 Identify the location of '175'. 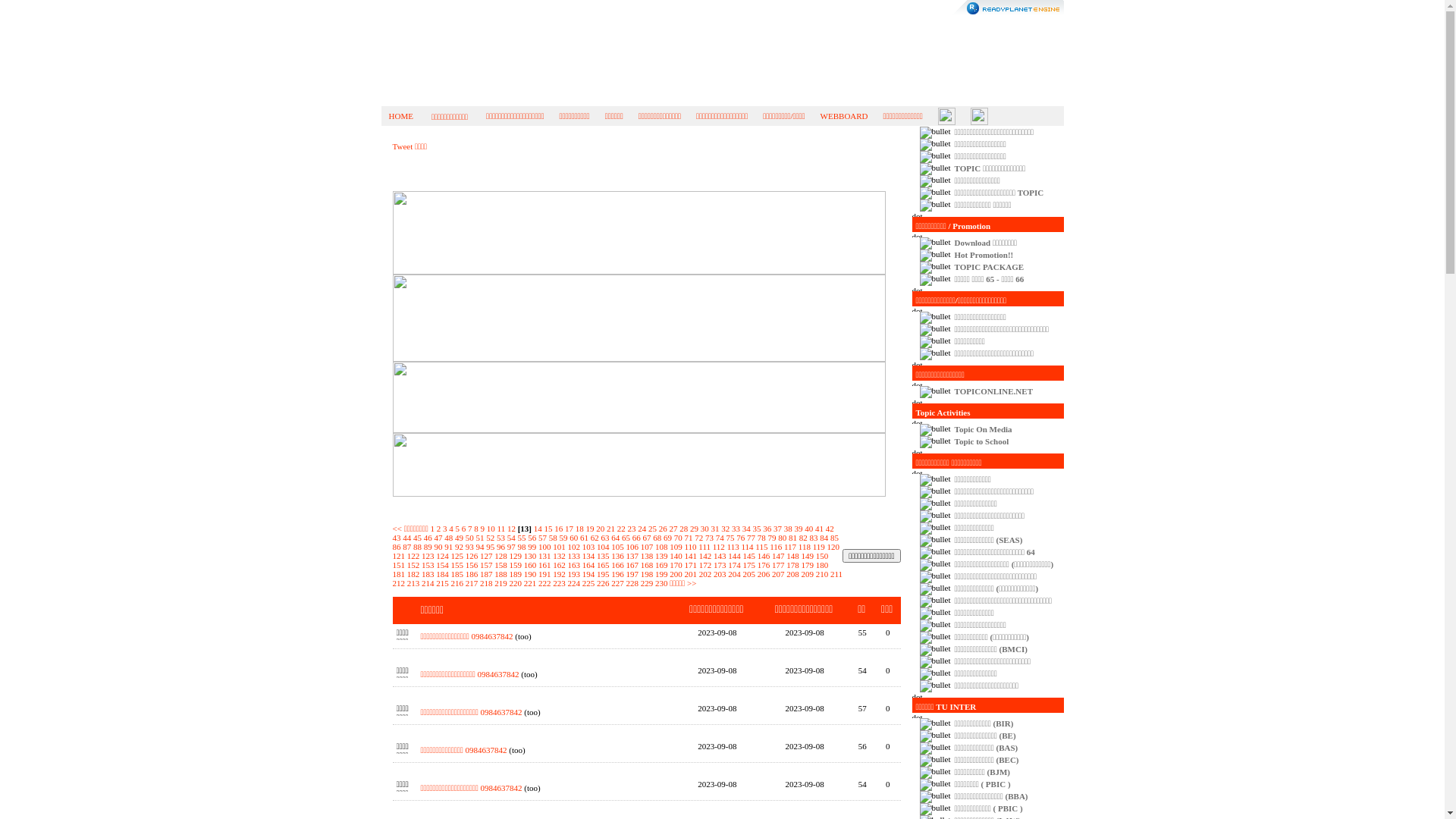
(749, 564).